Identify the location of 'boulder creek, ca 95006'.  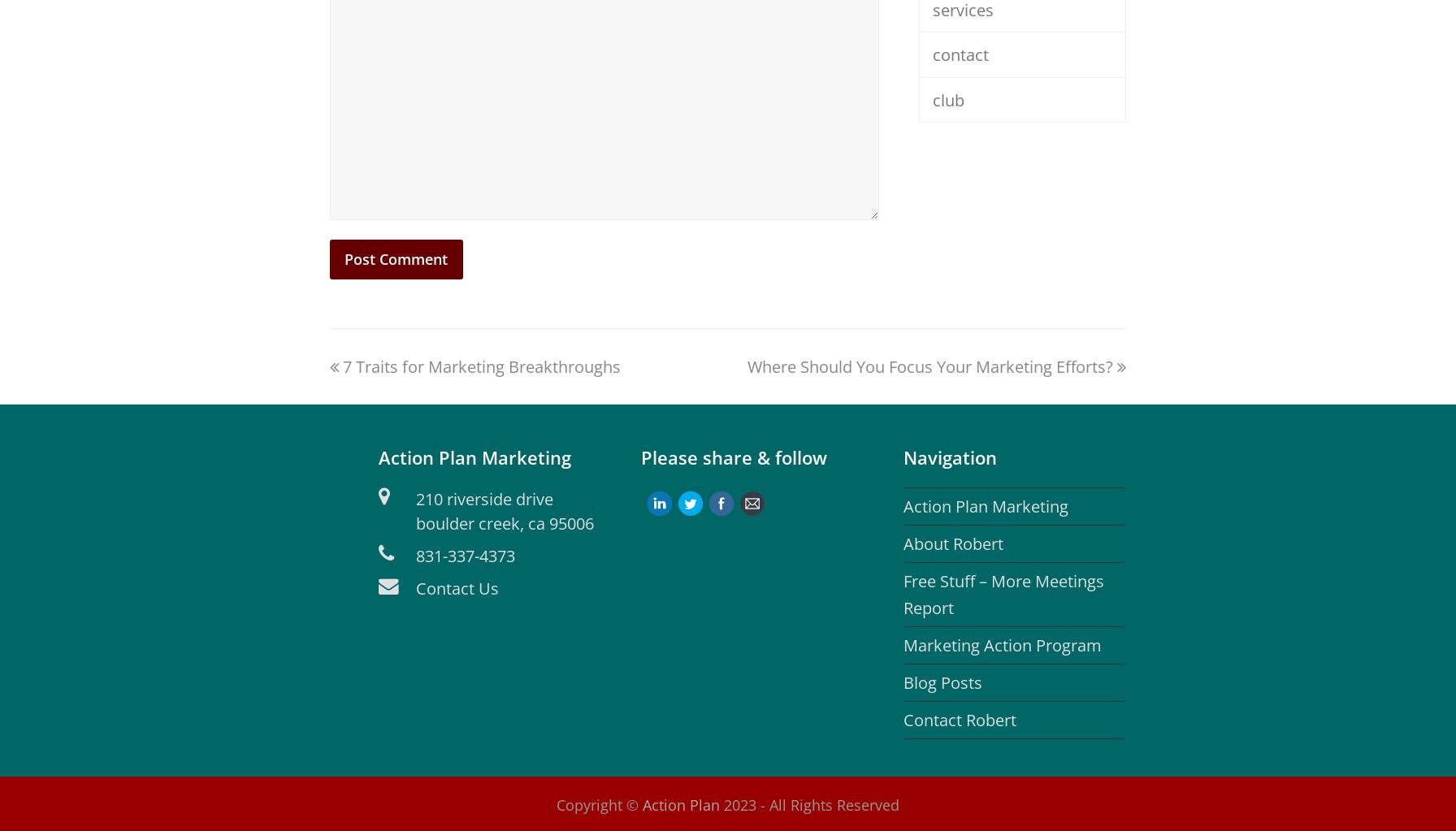
(505, 523).